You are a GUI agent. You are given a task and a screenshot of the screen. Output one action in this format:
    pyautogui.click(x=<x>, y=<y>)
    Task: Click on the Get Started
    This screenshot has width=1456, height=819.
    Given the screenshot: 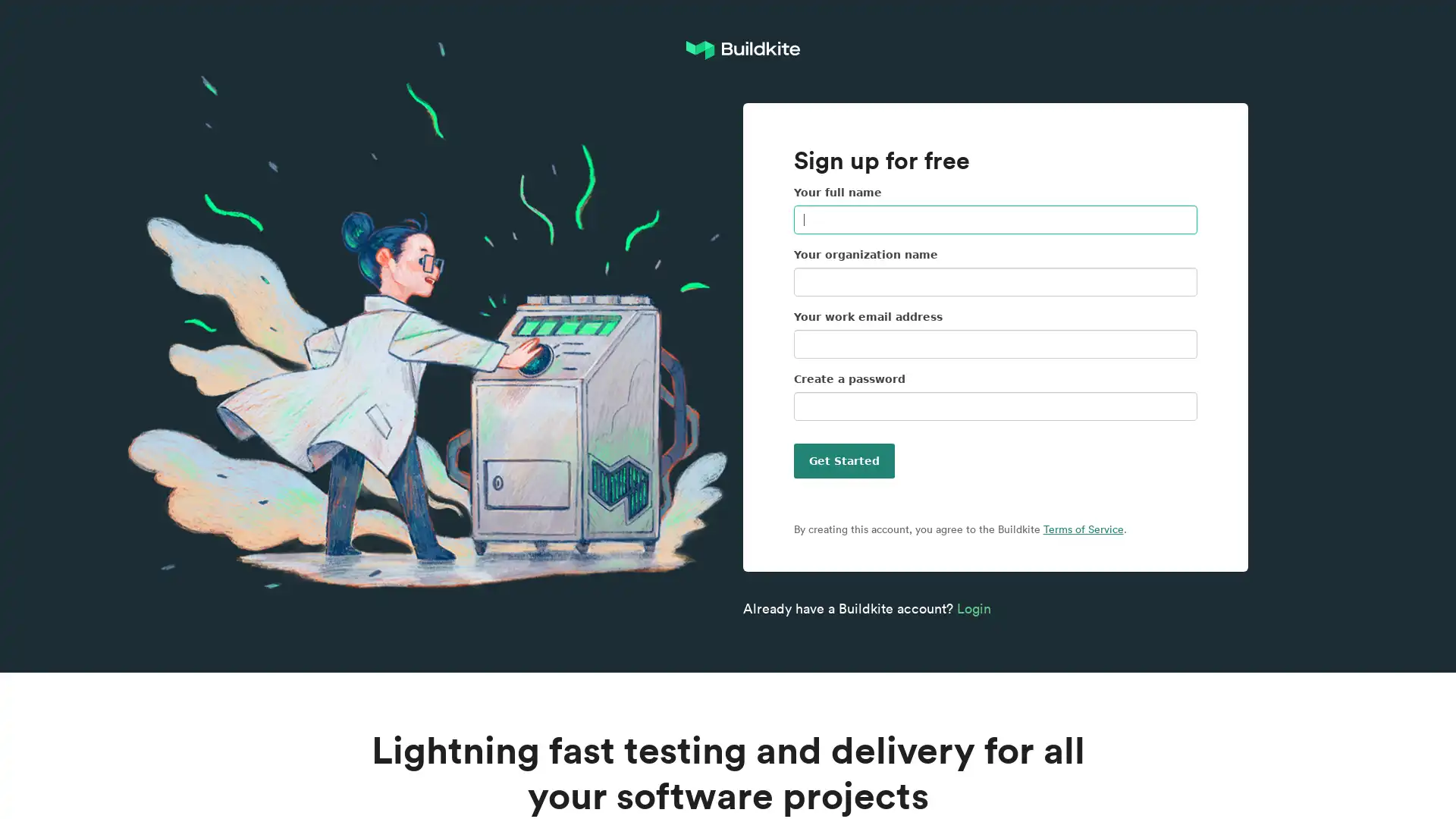 What is the action you would take?
    pyautogui.click(x=843, y=460)
    